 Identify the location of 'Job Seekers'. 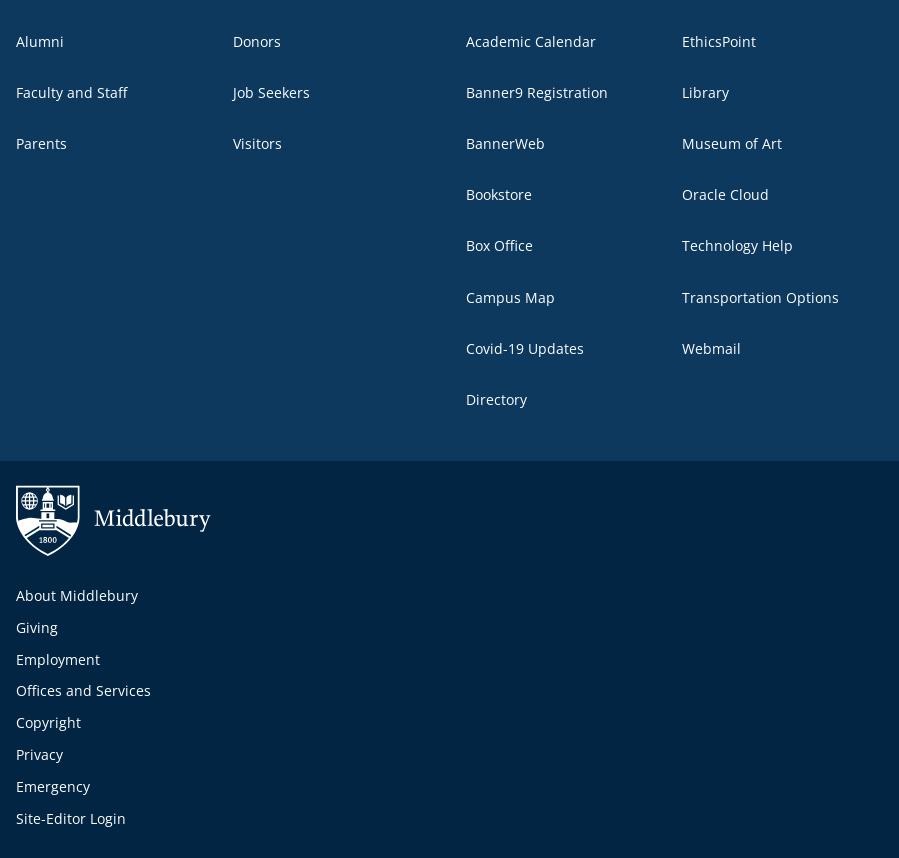
(270, 91).